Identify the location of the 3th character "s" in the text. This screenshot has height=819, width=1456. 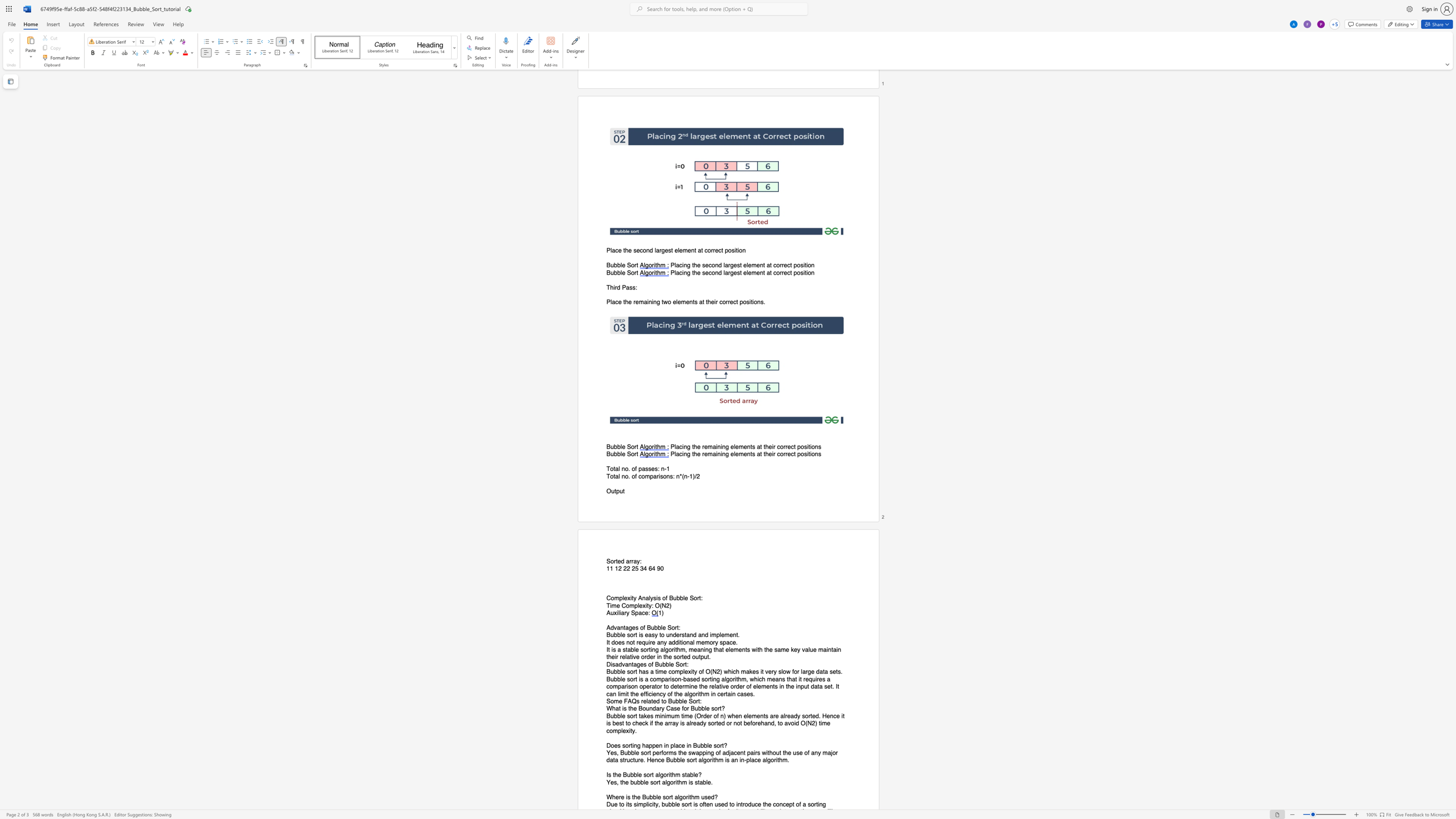
(683, 774).